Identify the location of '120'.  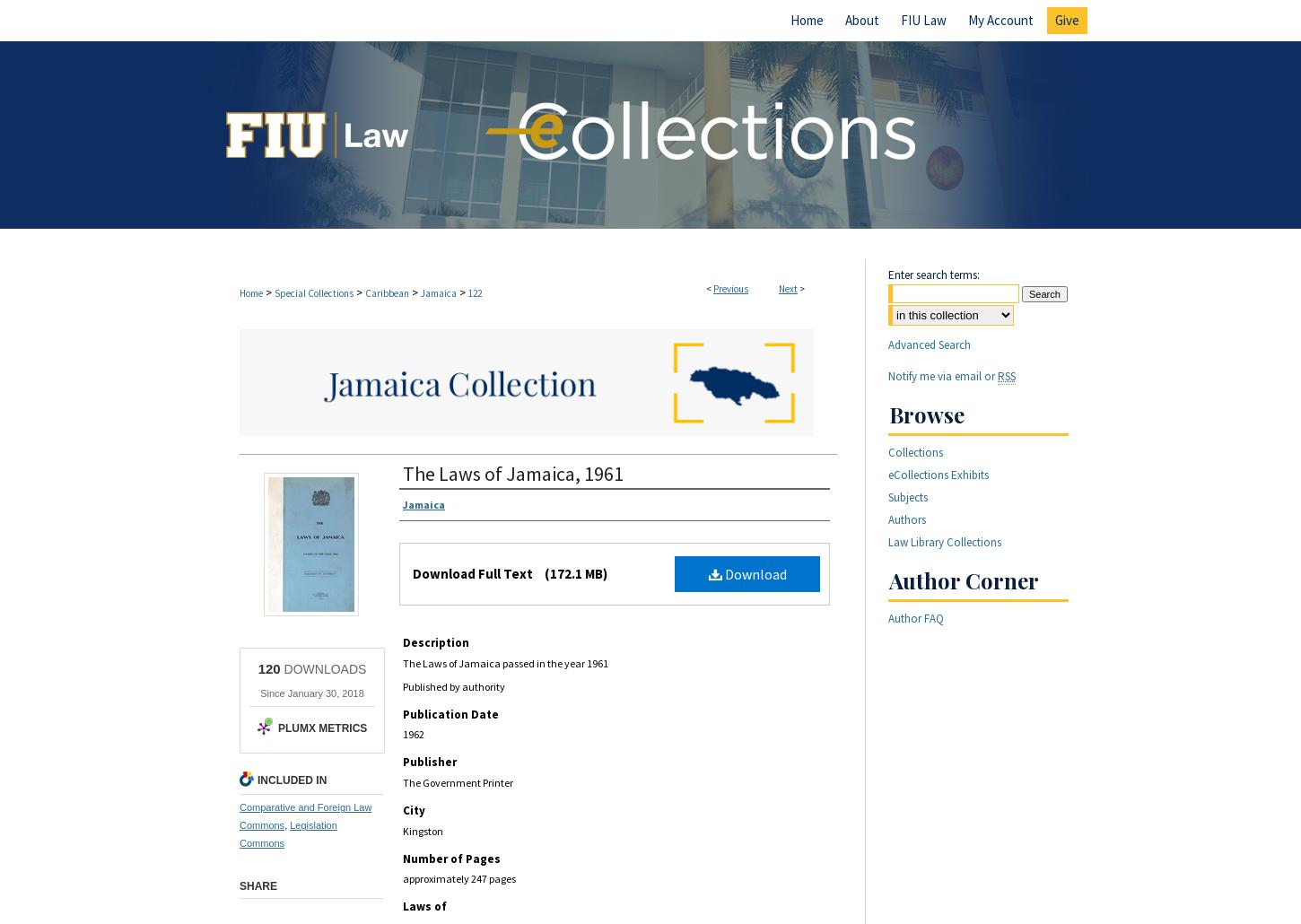
(268, 668).